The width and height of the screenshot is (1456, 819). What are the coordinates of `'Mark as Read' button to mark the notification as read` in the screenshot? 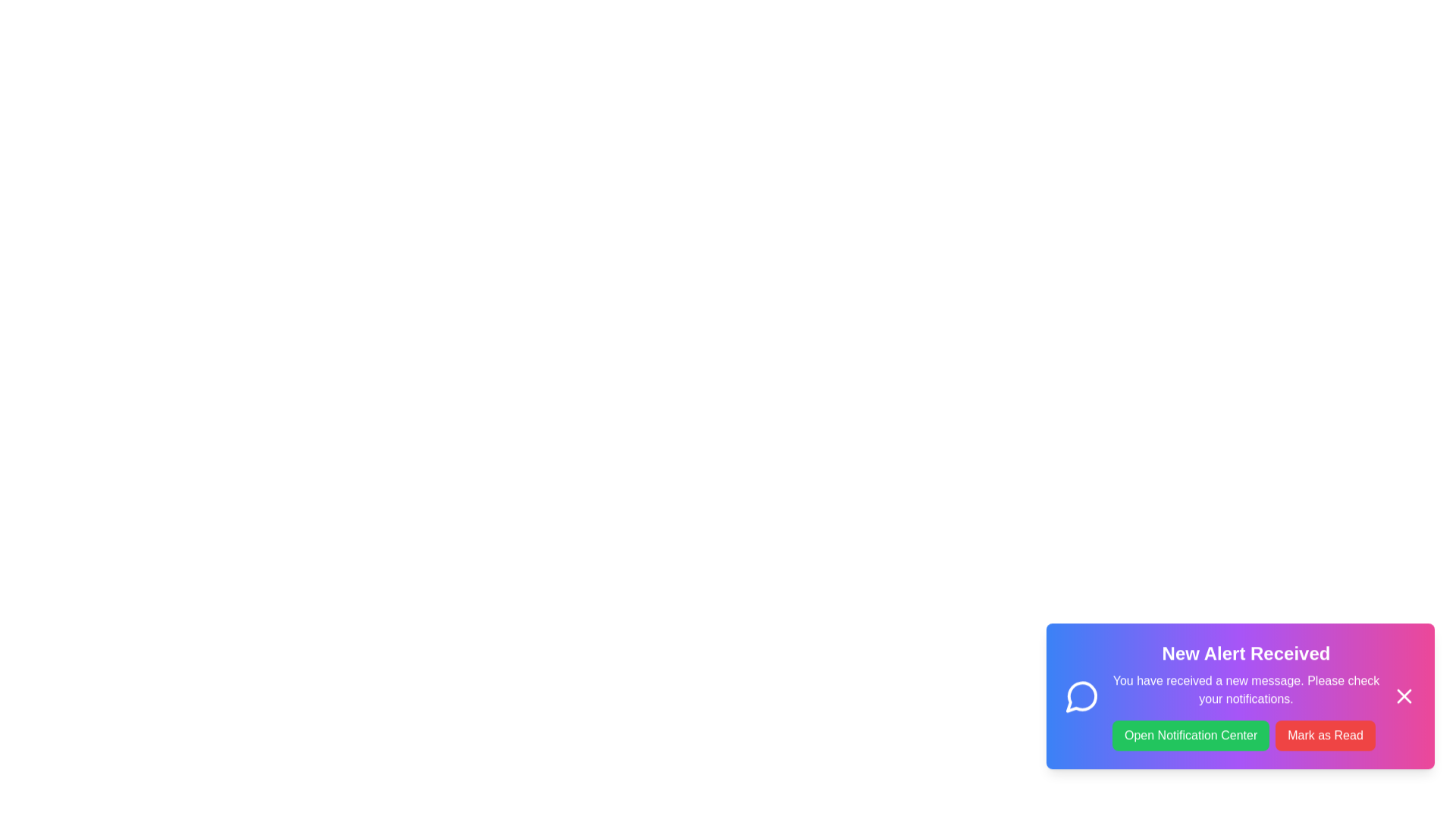 It's located at (1324, 748).